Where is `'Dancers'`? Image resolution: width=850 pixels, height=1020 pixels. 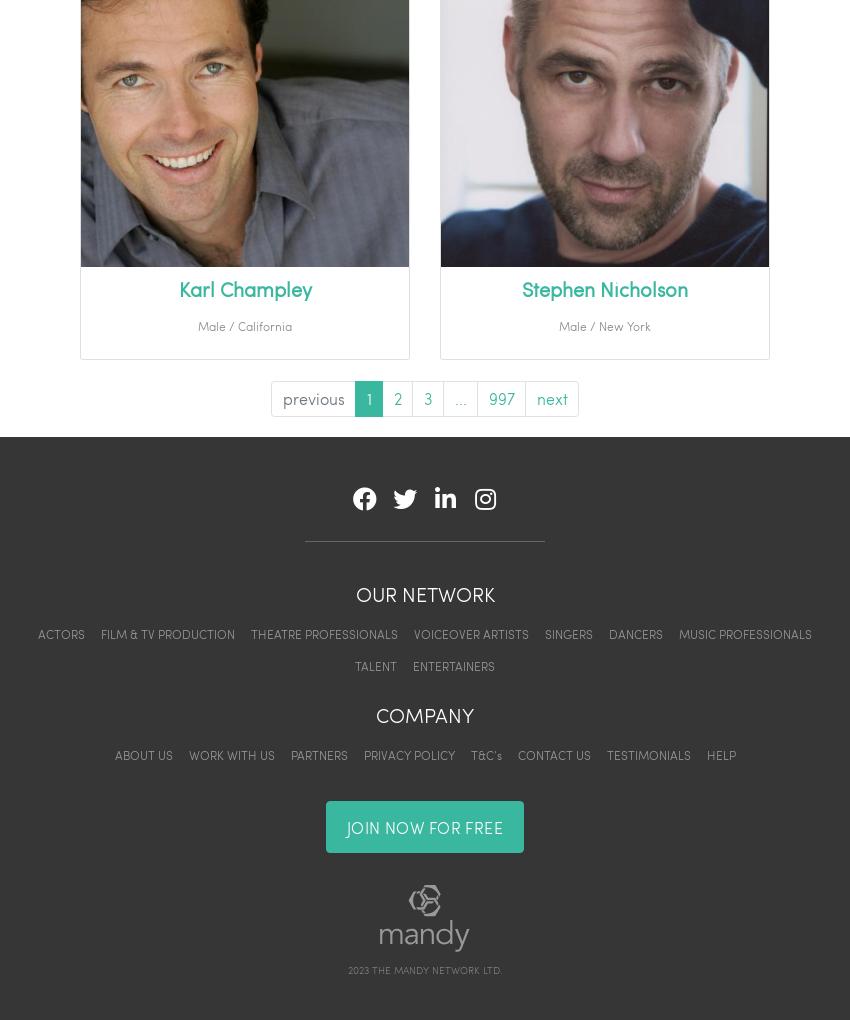
'Dancers' is located at coordinates (608, 633).